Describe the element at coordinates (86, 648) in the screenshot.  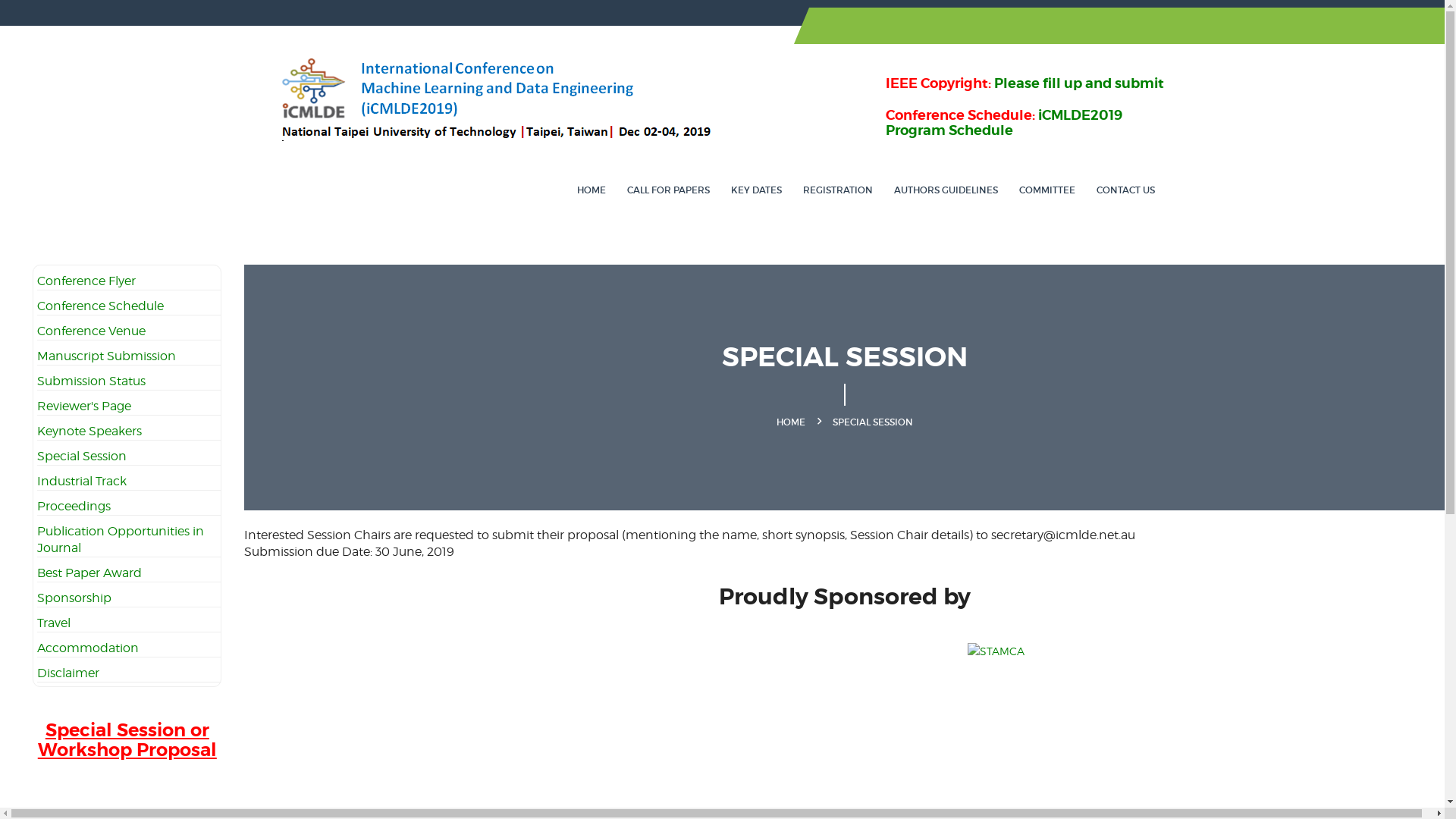
I see `'Accommodation'` at that location.